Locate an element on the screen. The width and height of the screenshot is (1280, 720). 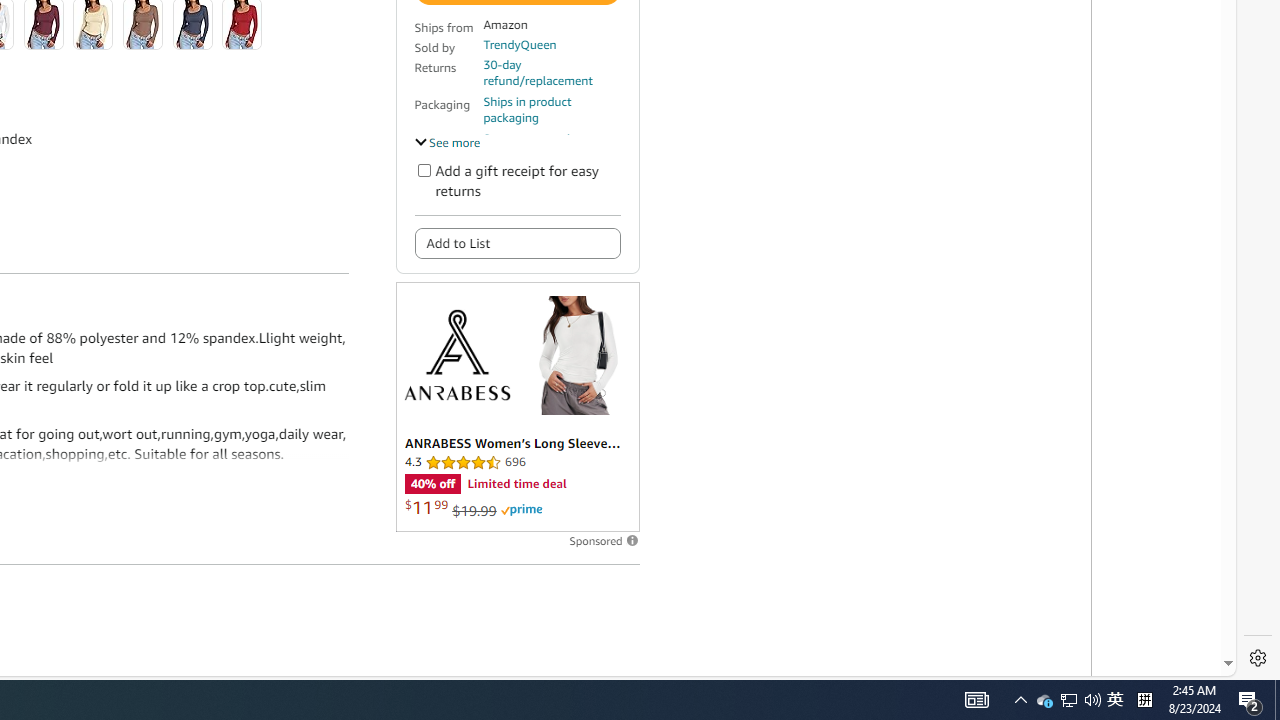
'Logo' is located at coordinates (455, 353).